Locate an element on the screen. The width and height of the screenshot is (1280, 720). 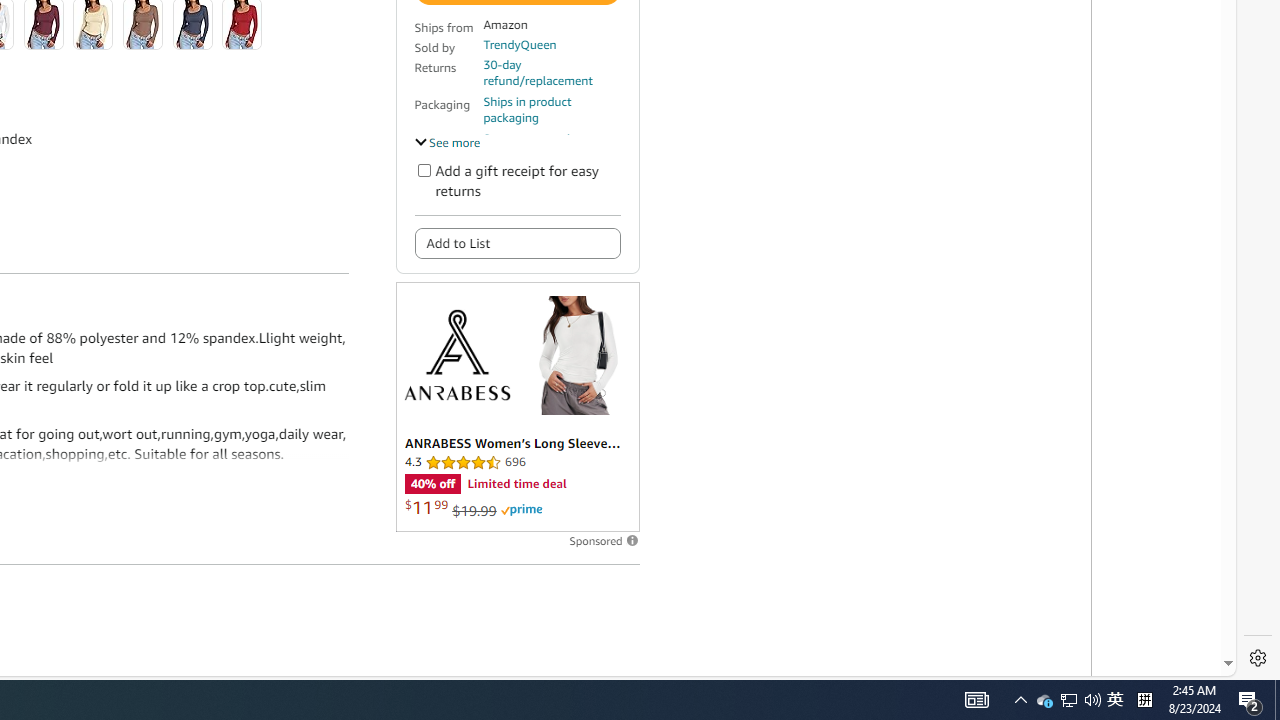
'Logo' is located at coordinates (455, 353).